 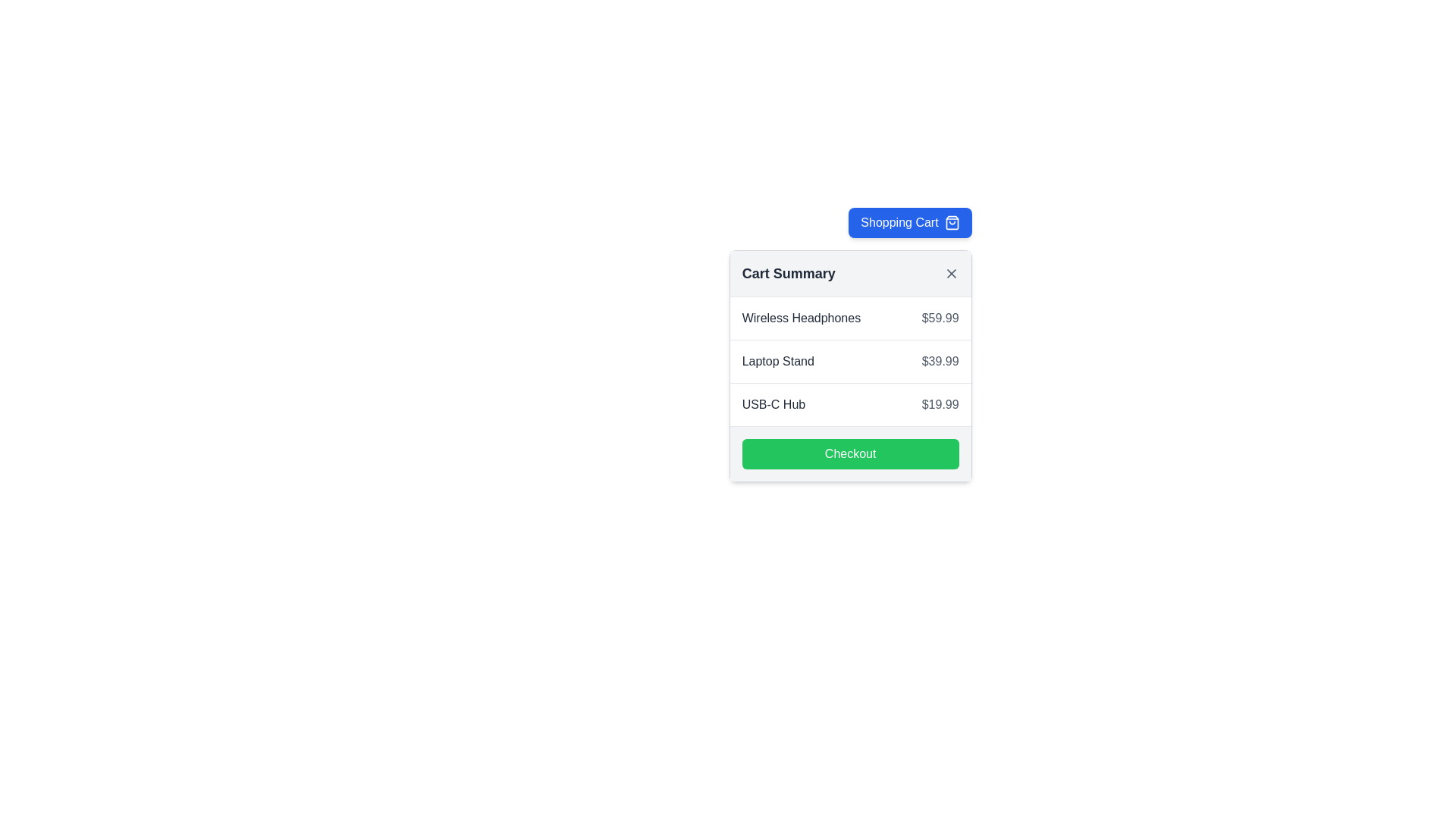 I want to click on the button located in the top-right area of the interface, so click(x=910, y=222).